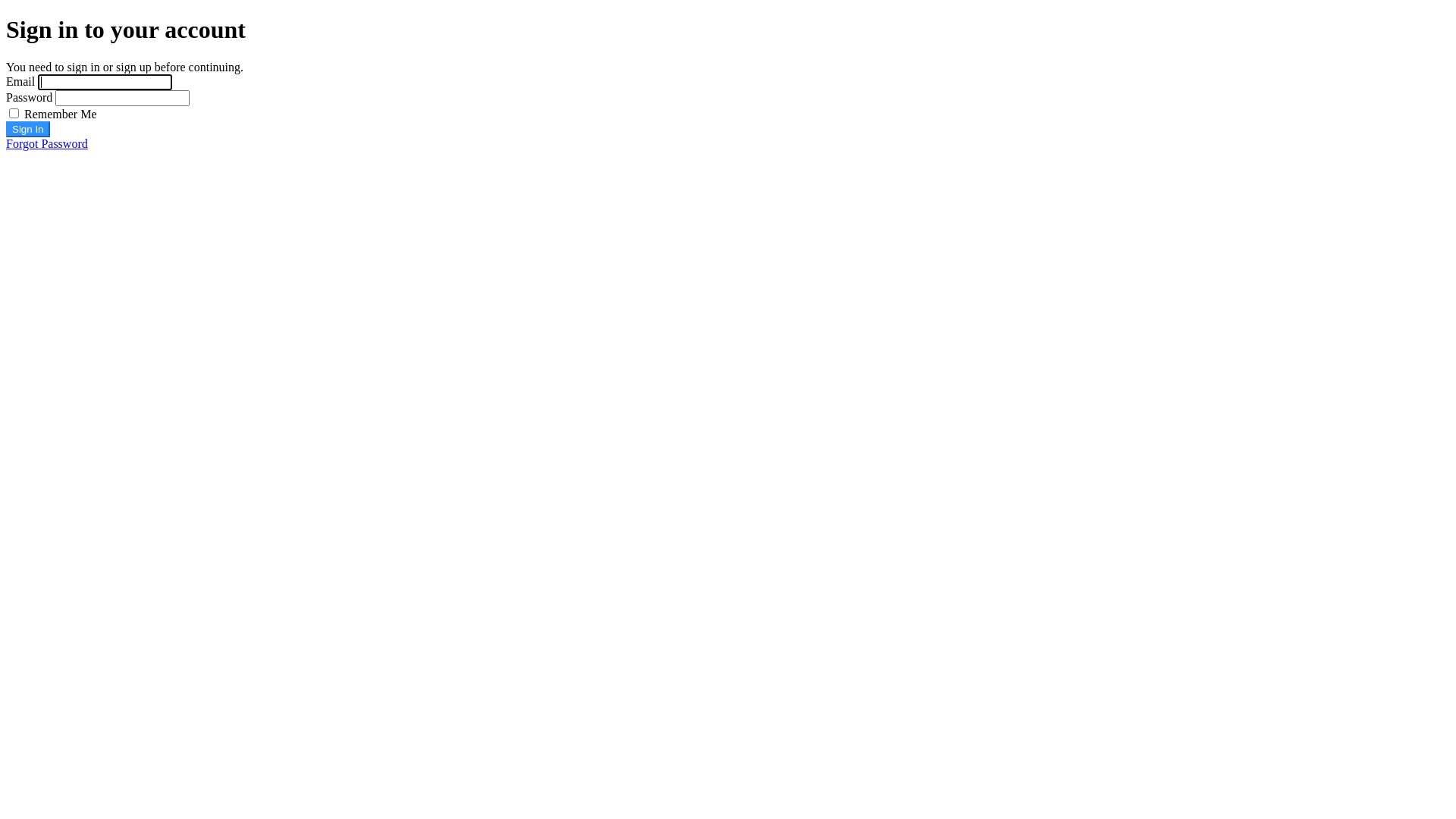  Describe the element at coordinates (28, 128) in the screenshot. I see `'Sign In'` at that location.